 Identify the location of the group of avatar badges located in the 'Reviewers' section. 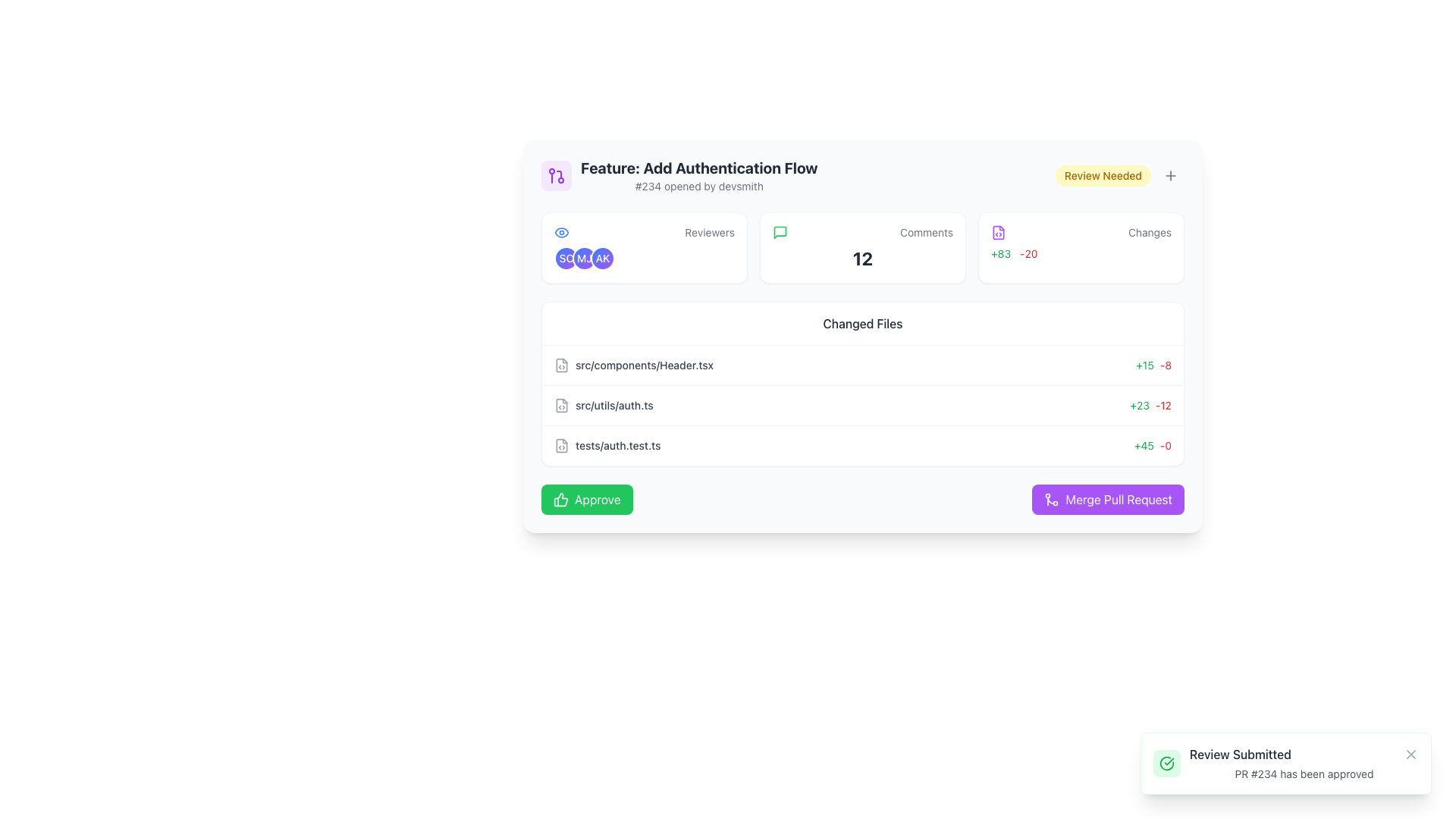
(644, 257).